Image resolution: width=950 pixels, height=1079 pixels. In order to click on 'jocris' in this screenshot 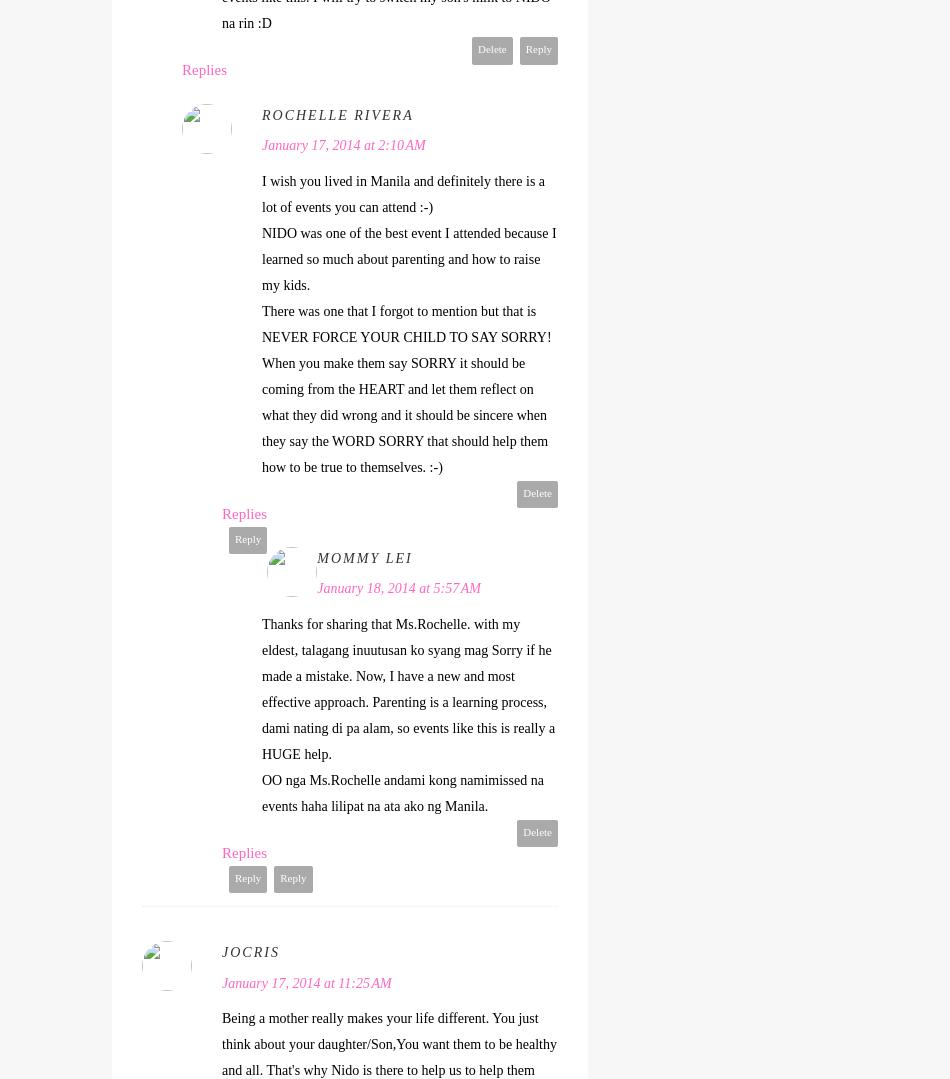, I will do `click(249, 952)`.